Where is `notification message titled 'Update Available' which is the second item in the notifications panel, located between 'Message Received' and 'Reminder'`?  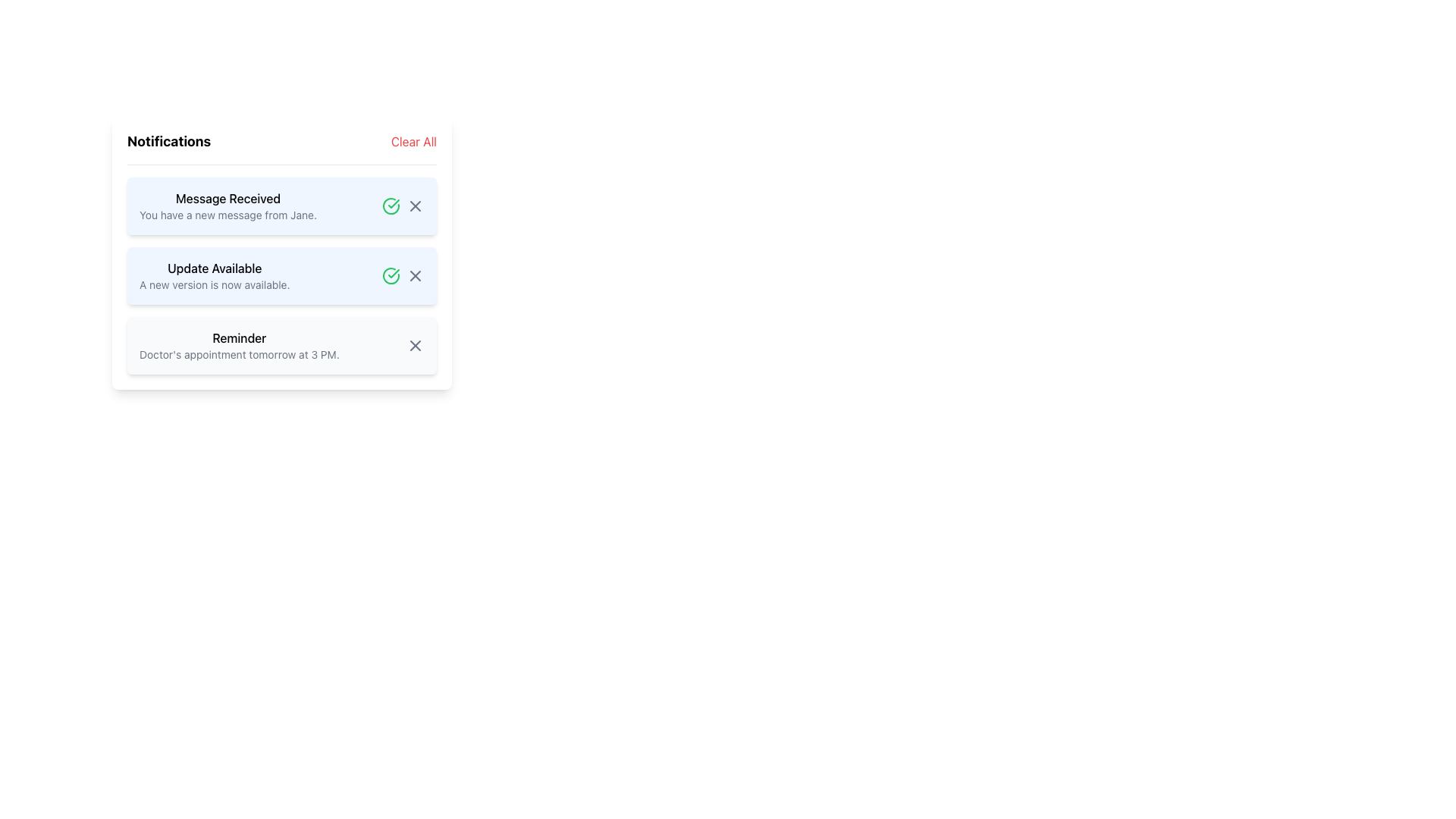
notification message titled 'Update Available' which is the second item in the notifications panel, located between 'Message Received' and 'Reminder' is located at coordinates (214, 275).